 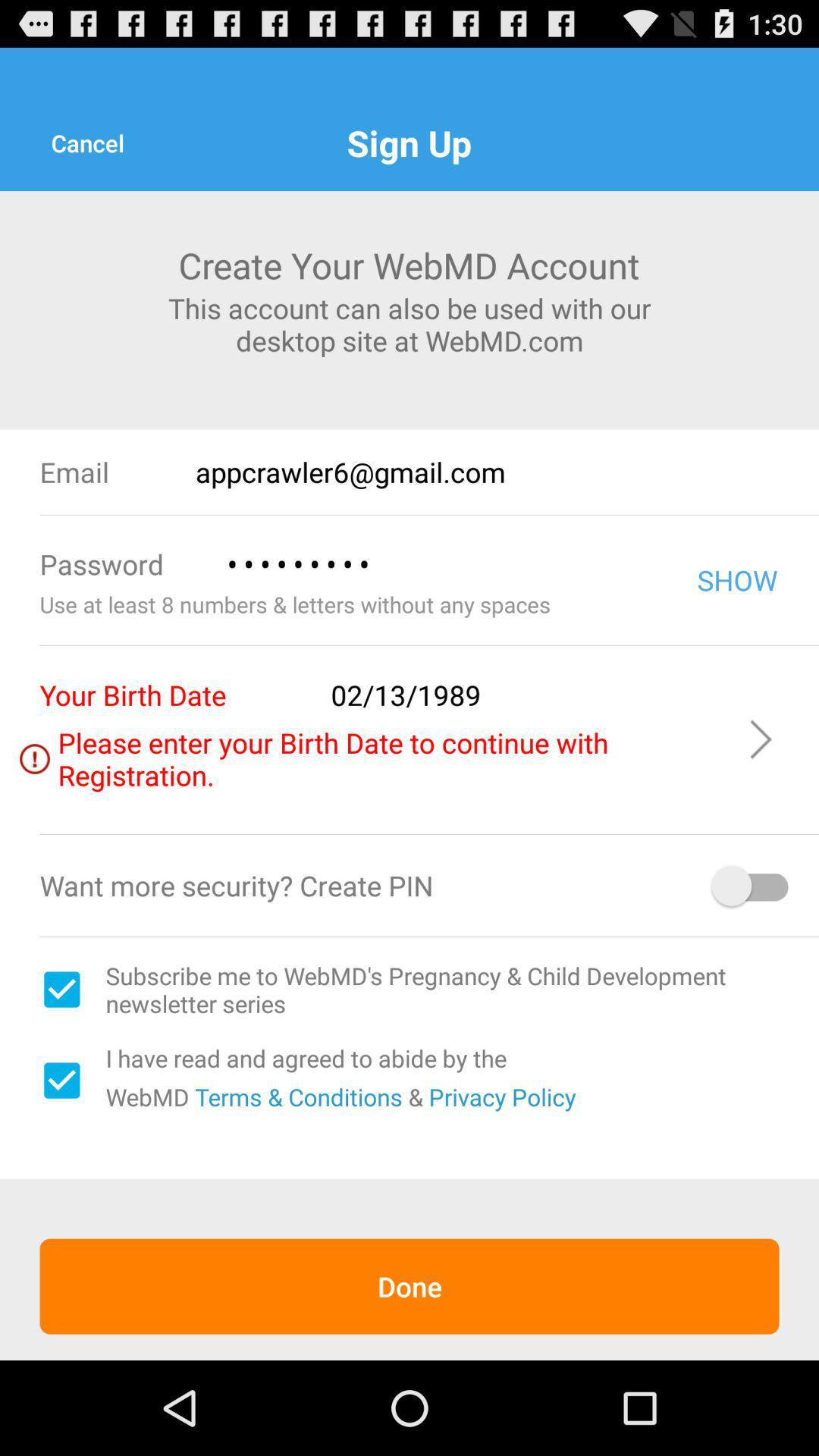 I want to click on icon next to the webmd icon, so click(x=296, y=1097).